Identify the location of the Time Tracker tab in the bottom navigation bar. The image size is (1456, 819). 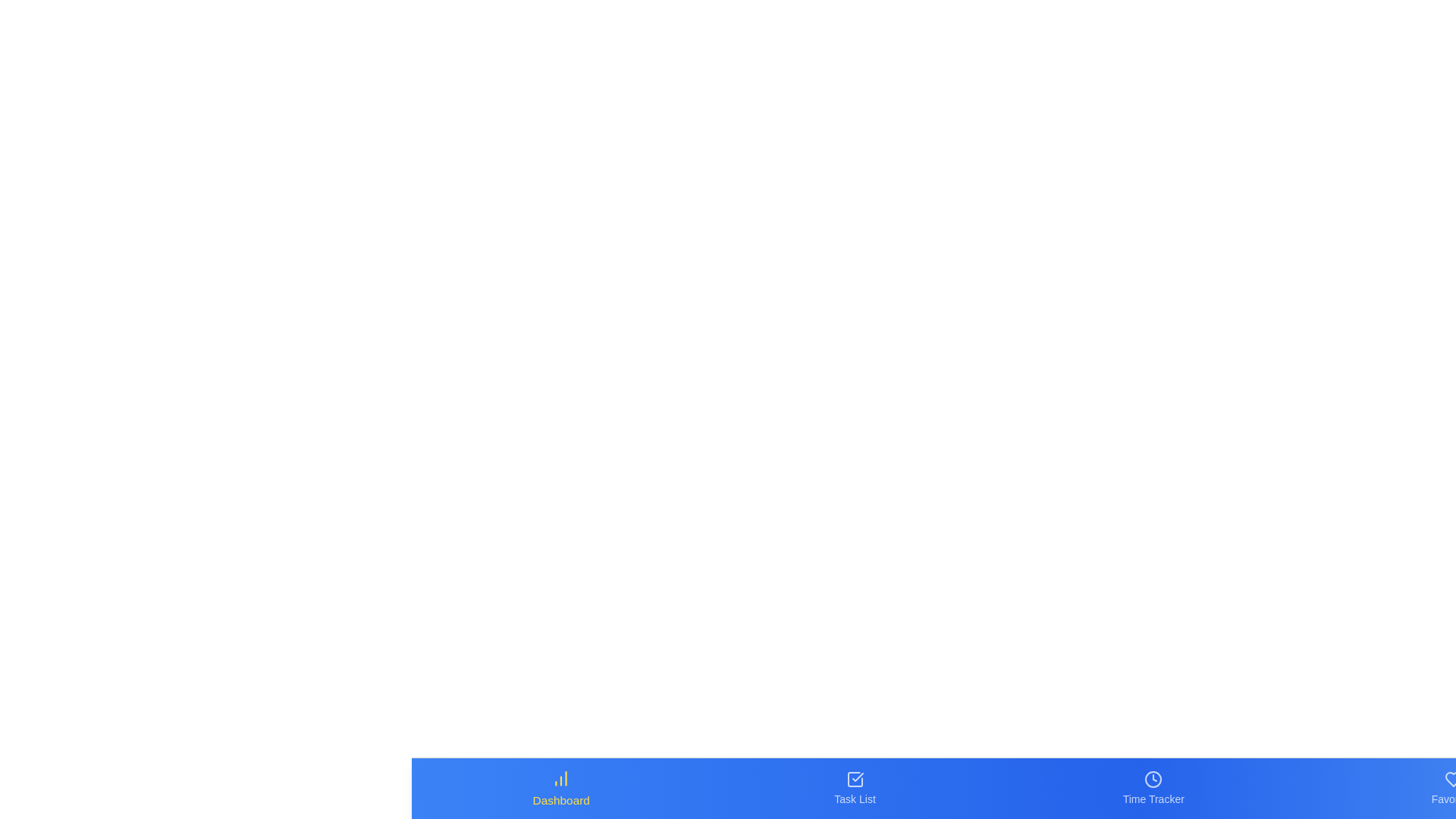
(1153, 788).